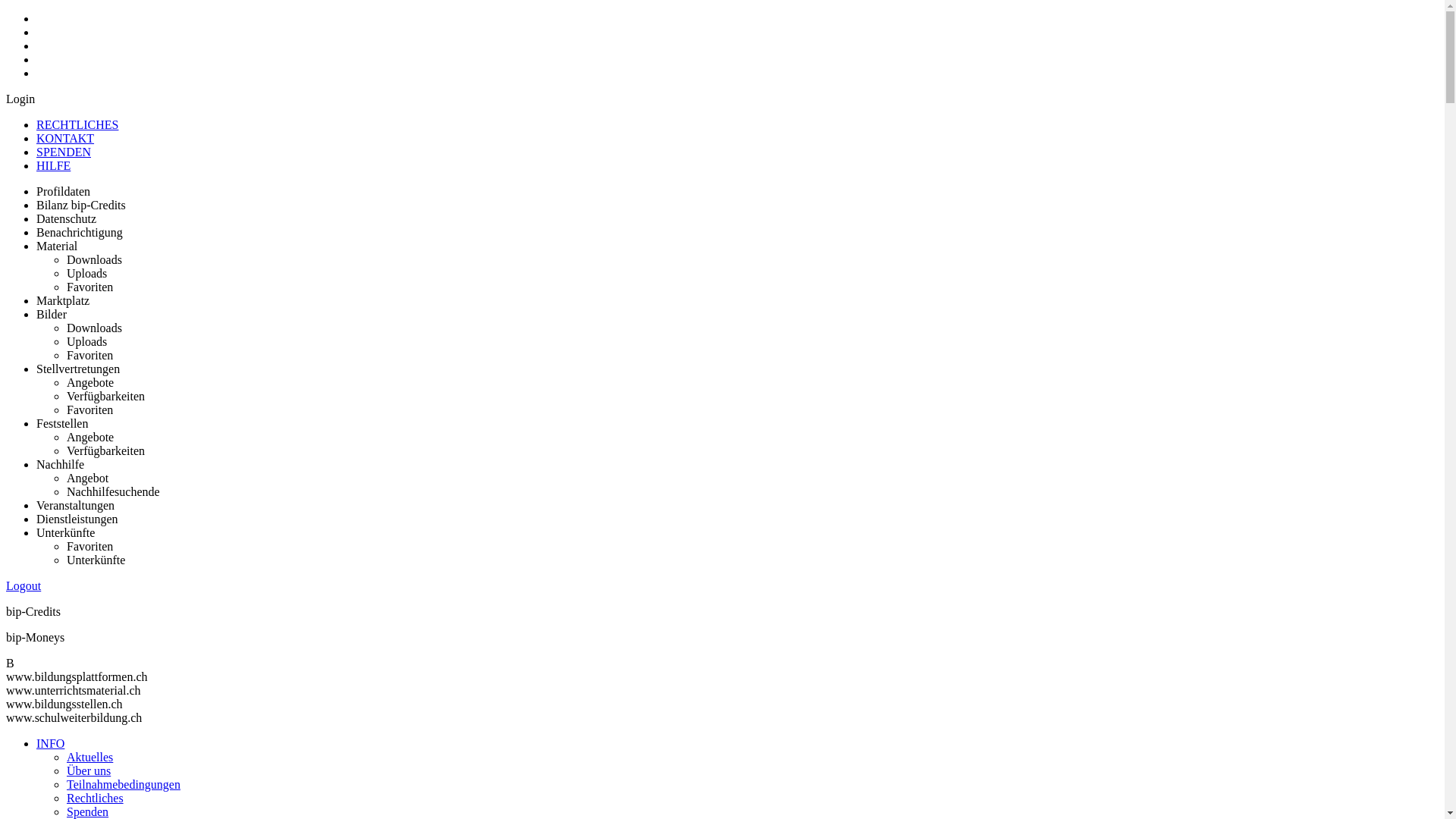  What do you see at coordinates (86, 811) in the screenshot?
I see `'Spenden'` at bounding box center [86, 811].